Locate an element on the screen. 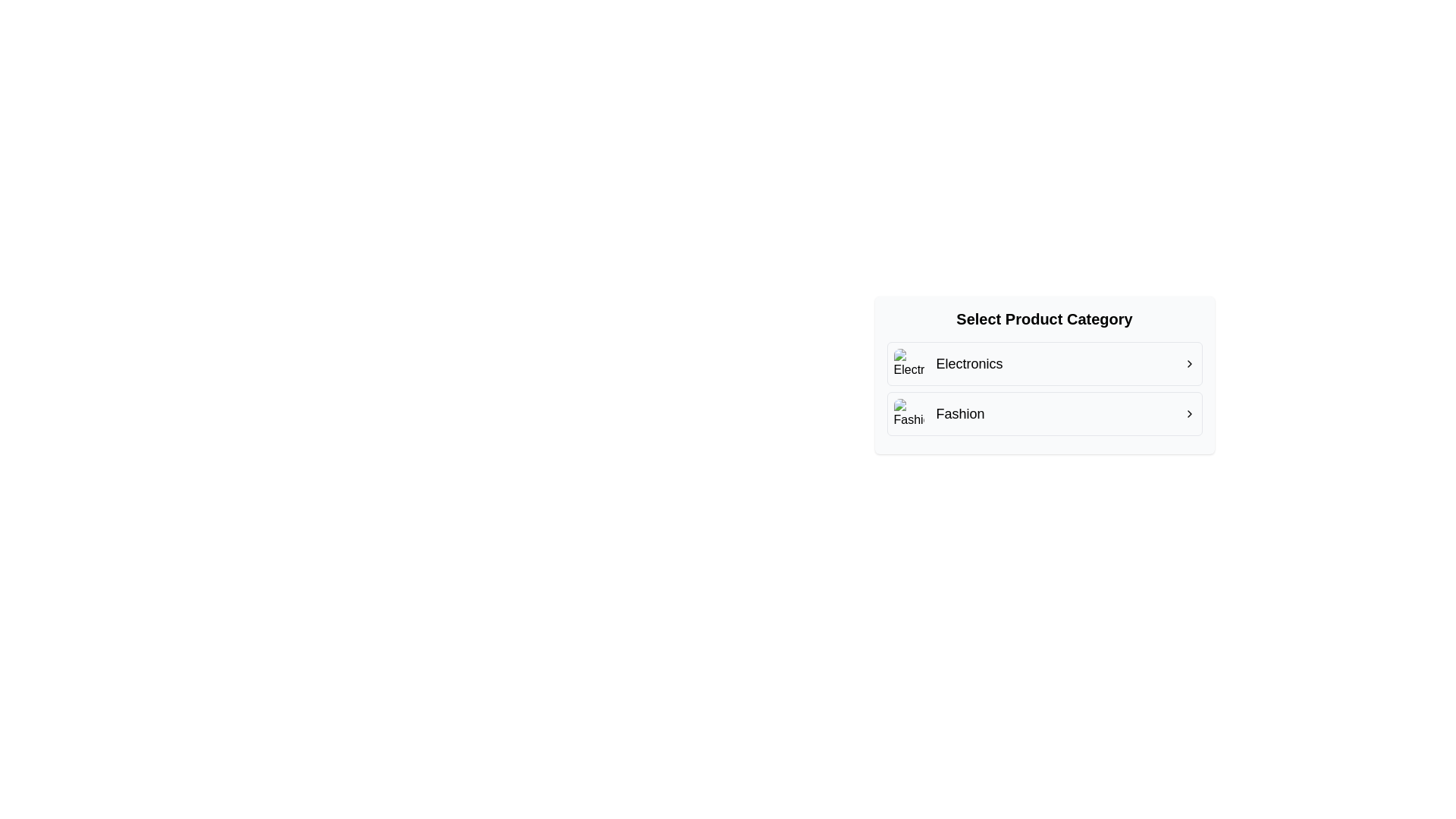  the 'Fashion' button-like item in the categorized options list is located at coordinates (1043, 414).